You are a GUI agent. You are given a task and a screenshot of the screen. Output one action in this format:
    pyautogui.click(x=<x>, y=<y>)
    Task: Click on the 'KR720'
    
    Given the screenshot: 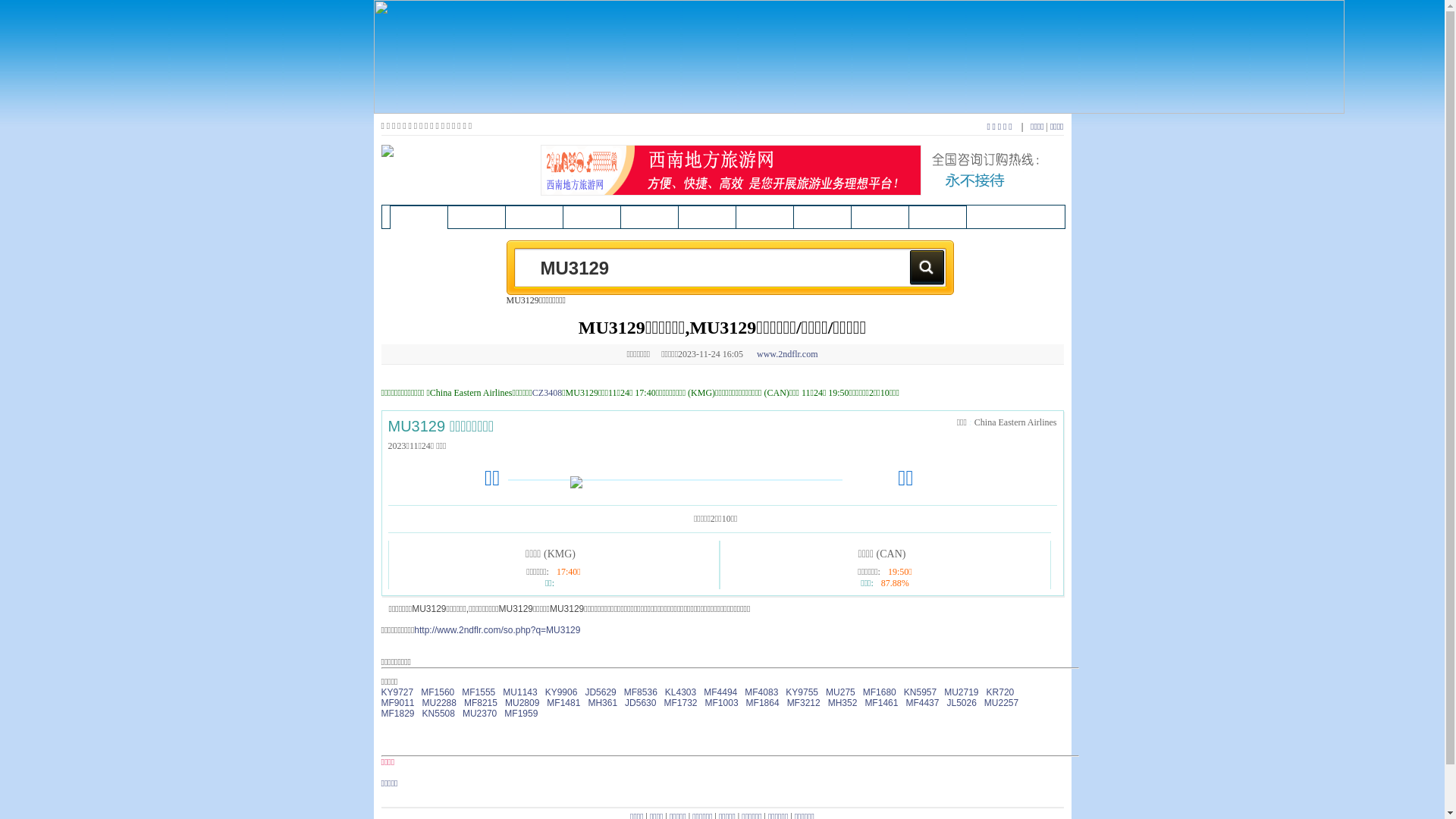 What is the action you would take?
    pyautogui.click(x=1000, y=692)
    